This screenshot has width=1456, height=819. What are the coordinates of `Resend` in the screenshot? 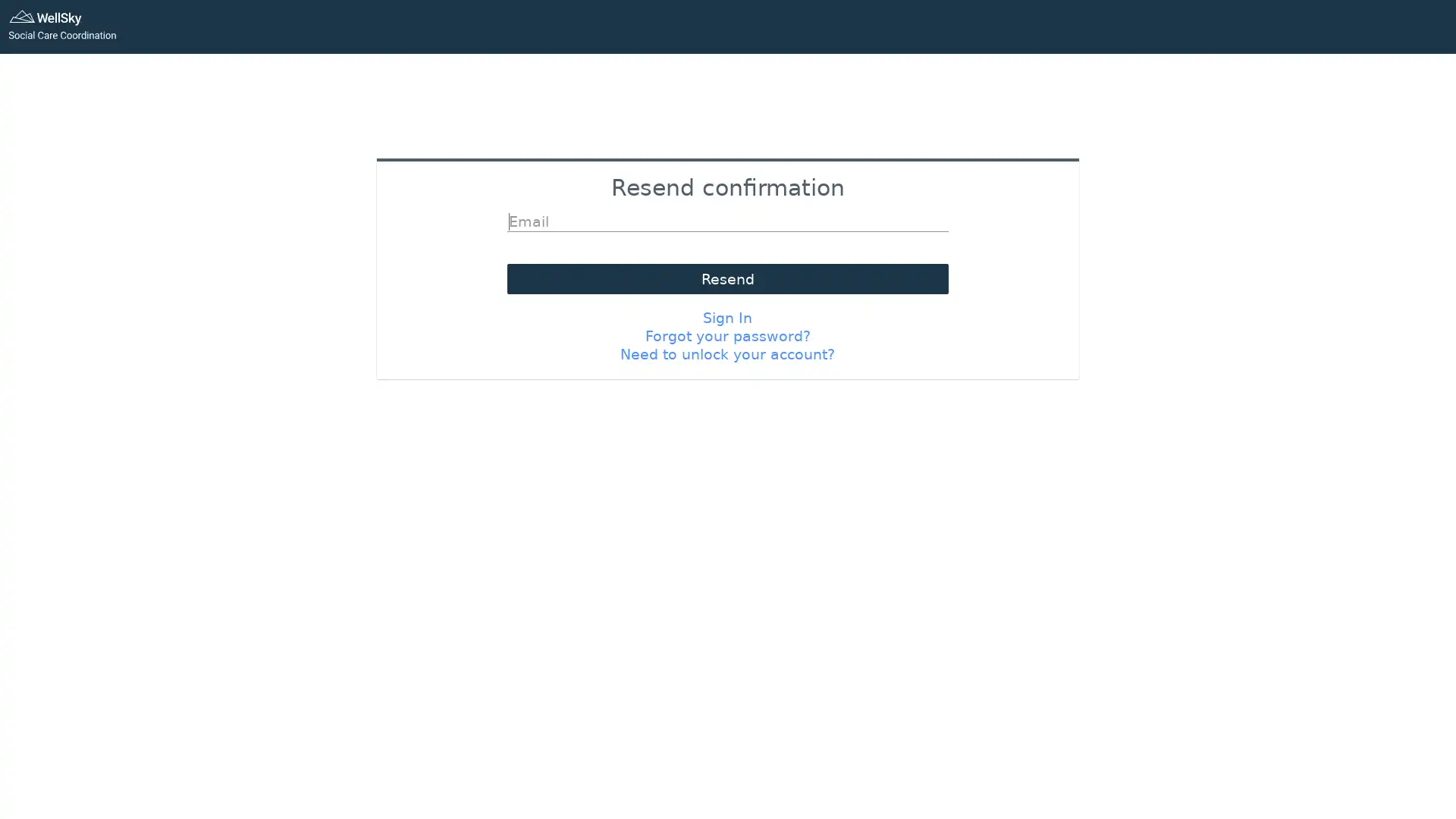 It's located at (726, 278).